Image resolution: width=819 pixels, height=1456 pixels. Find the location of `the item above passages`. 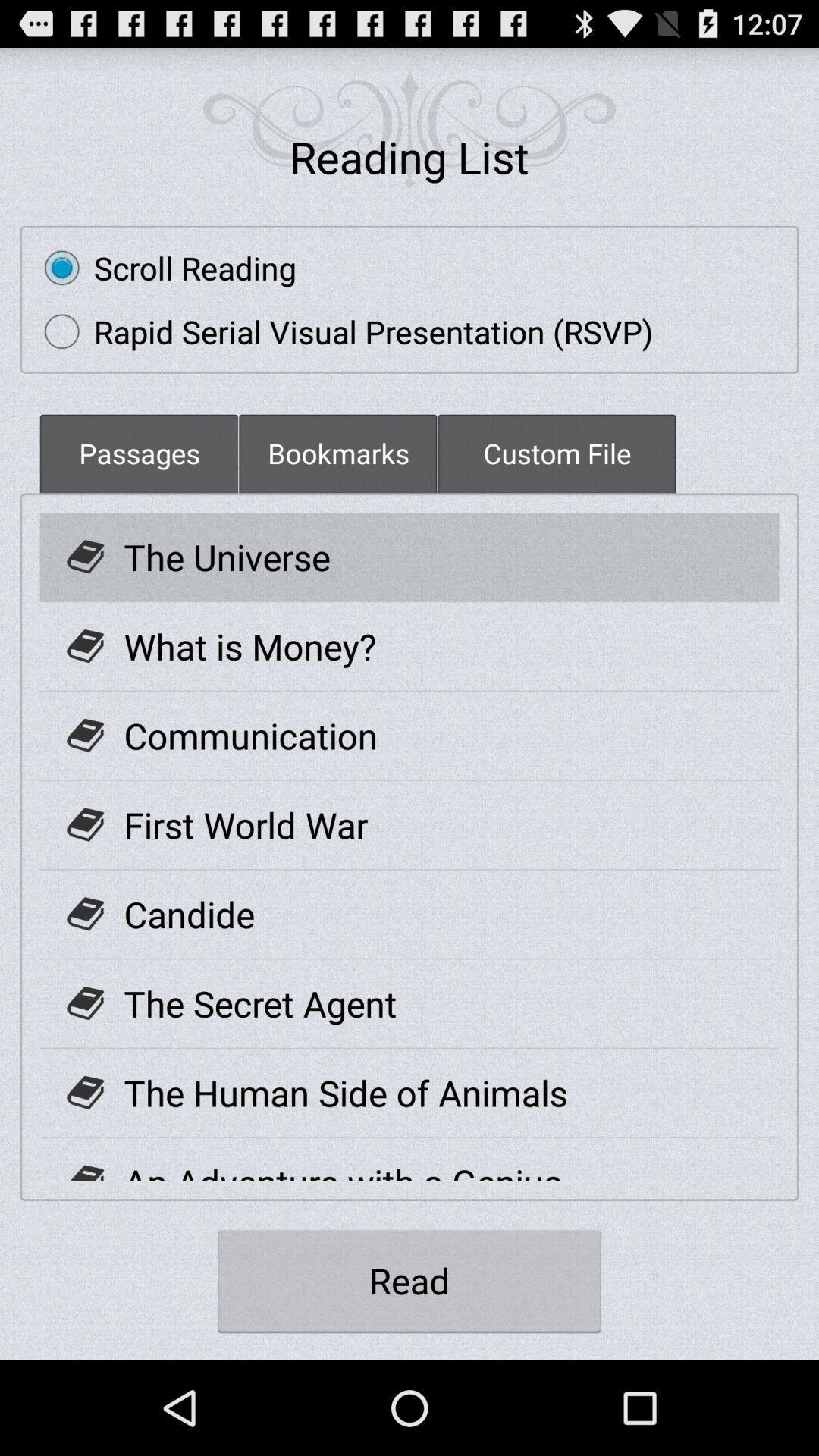

the item above passages is located at coordinates (341, 331).